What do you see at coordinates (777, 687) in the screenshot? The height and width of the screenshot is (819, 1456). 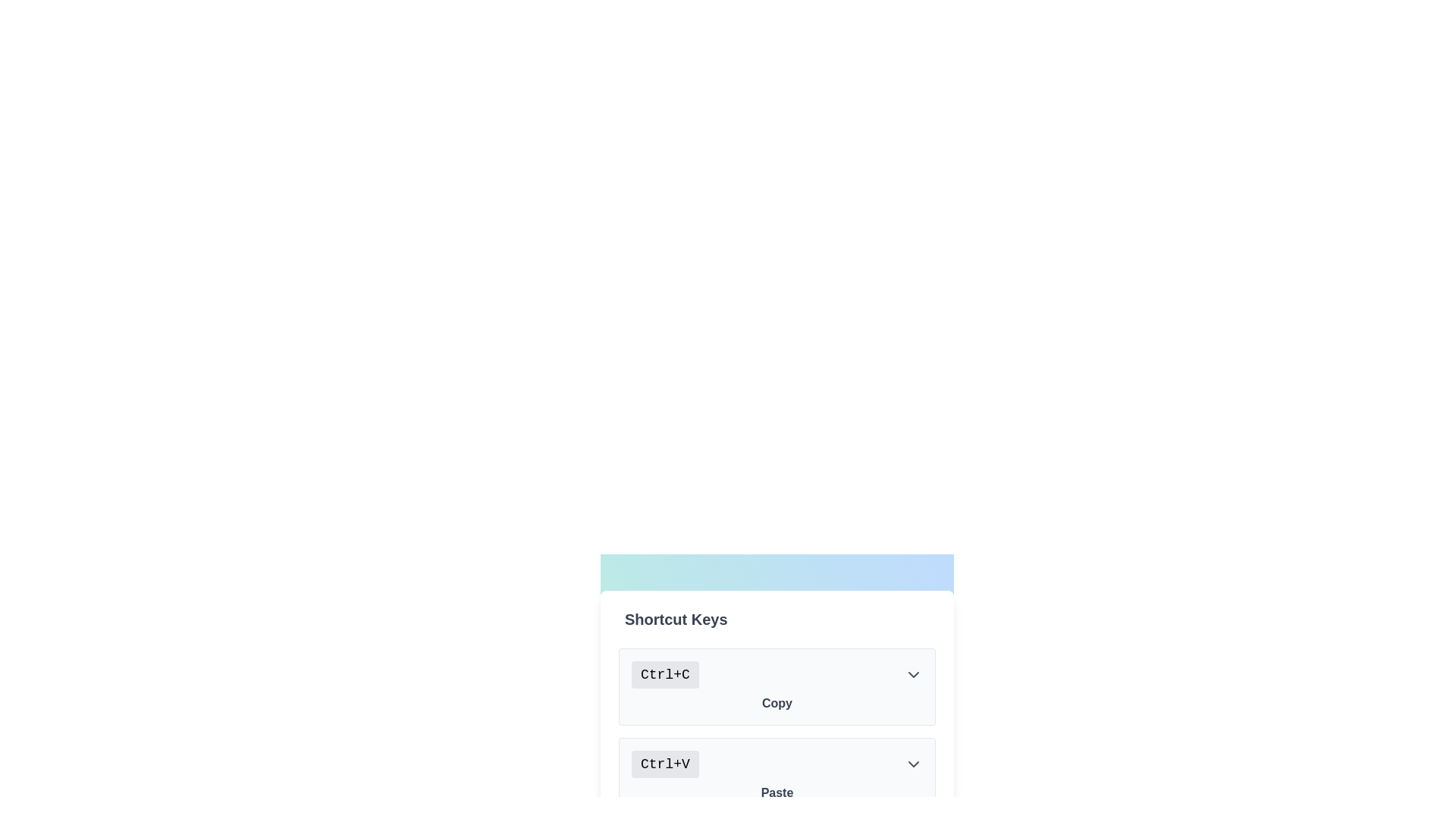 I see `the 'Copy' action component which displays the shortcut 'Ctrl+C' and a dropdown arrow to trigger related actions` at bounding box center [777, 687].